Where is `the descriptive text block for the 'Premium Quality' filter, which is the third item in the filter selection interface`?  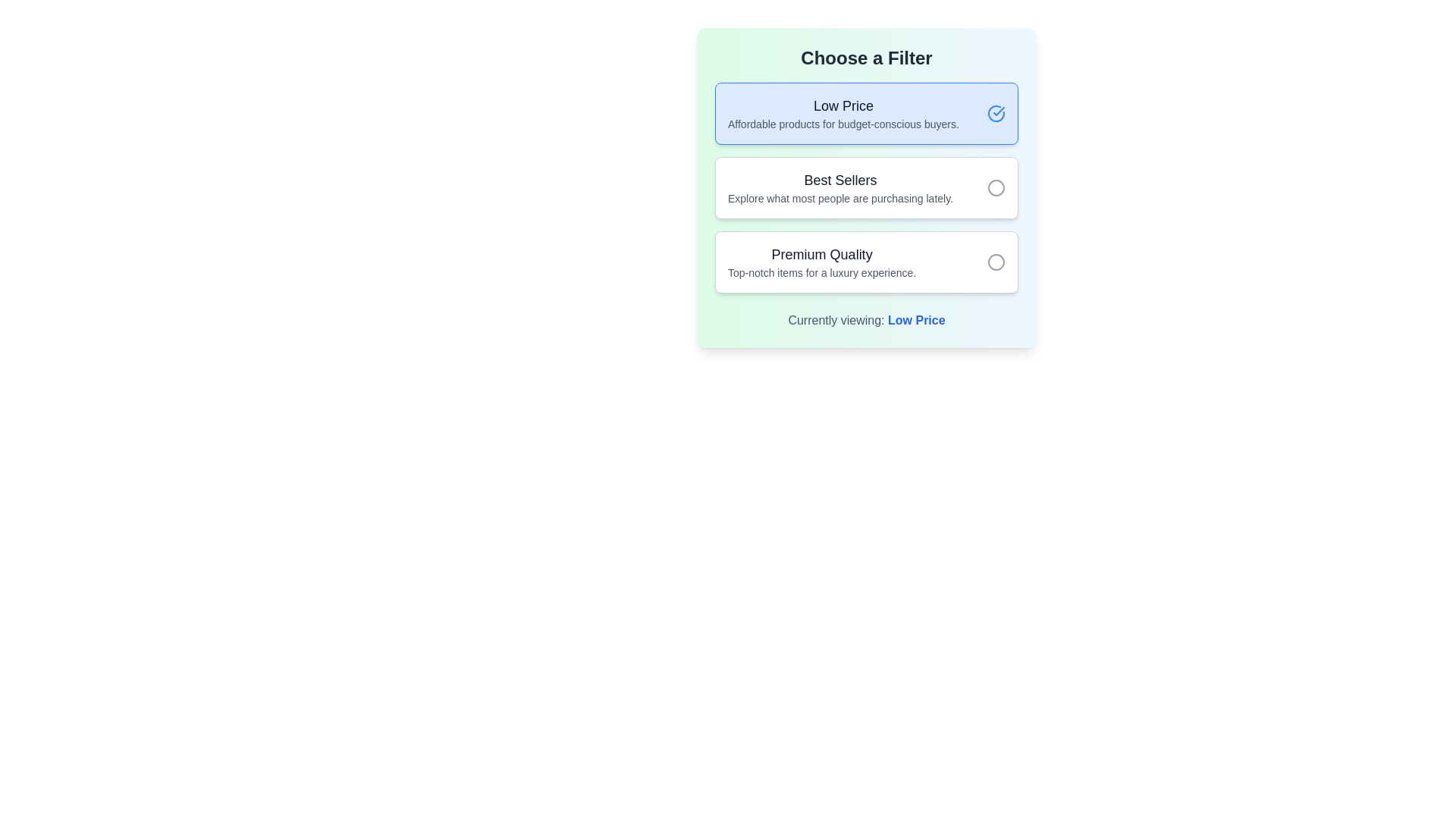
the descriptive text block for the 'Premium Quality' filter, which is the third item in the filter selection interface is located at coordinates (821, 262).